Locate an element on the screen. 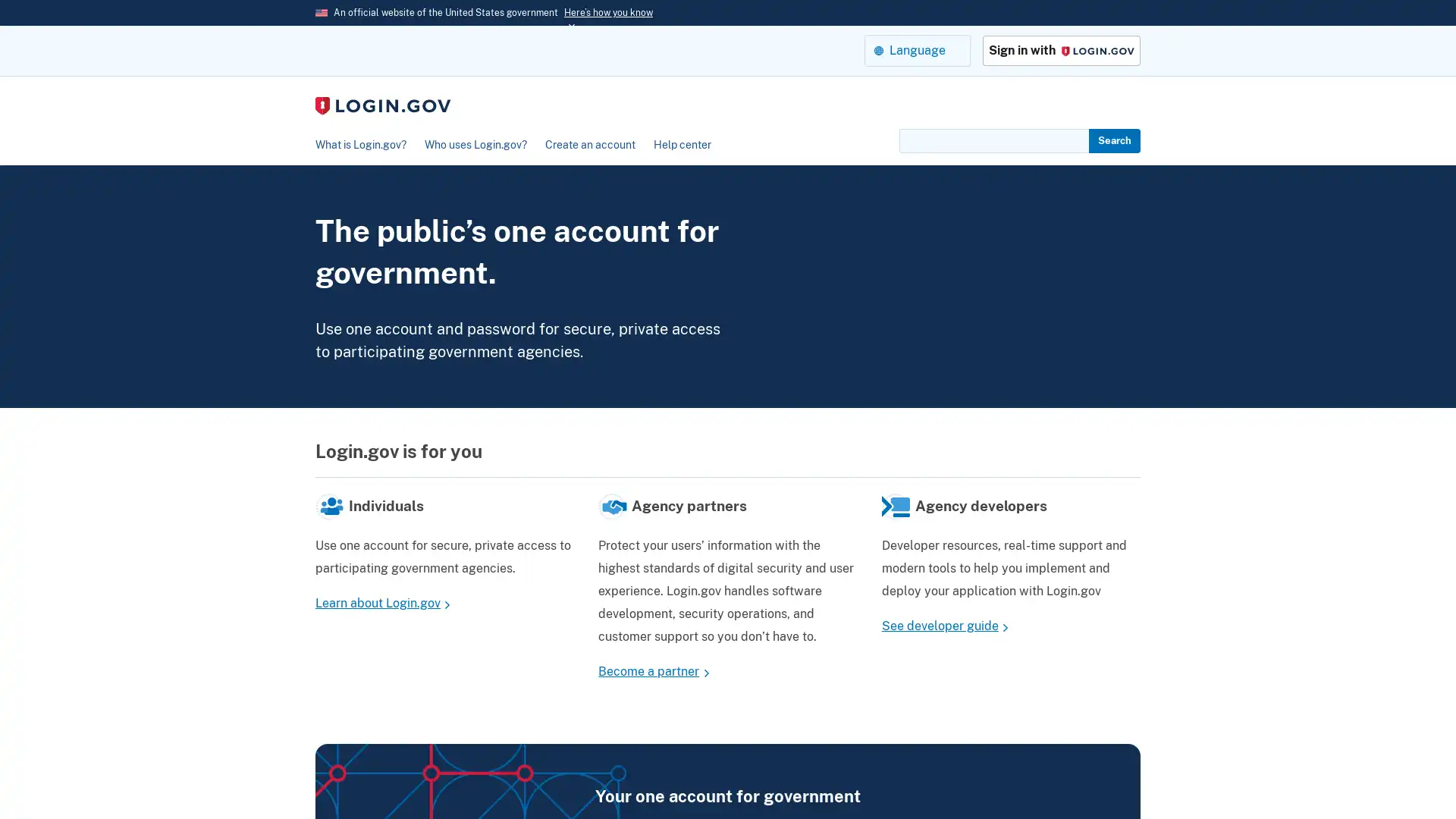 This screenshot has width=1456, height=819. Language is located at coordinates (916, 49).